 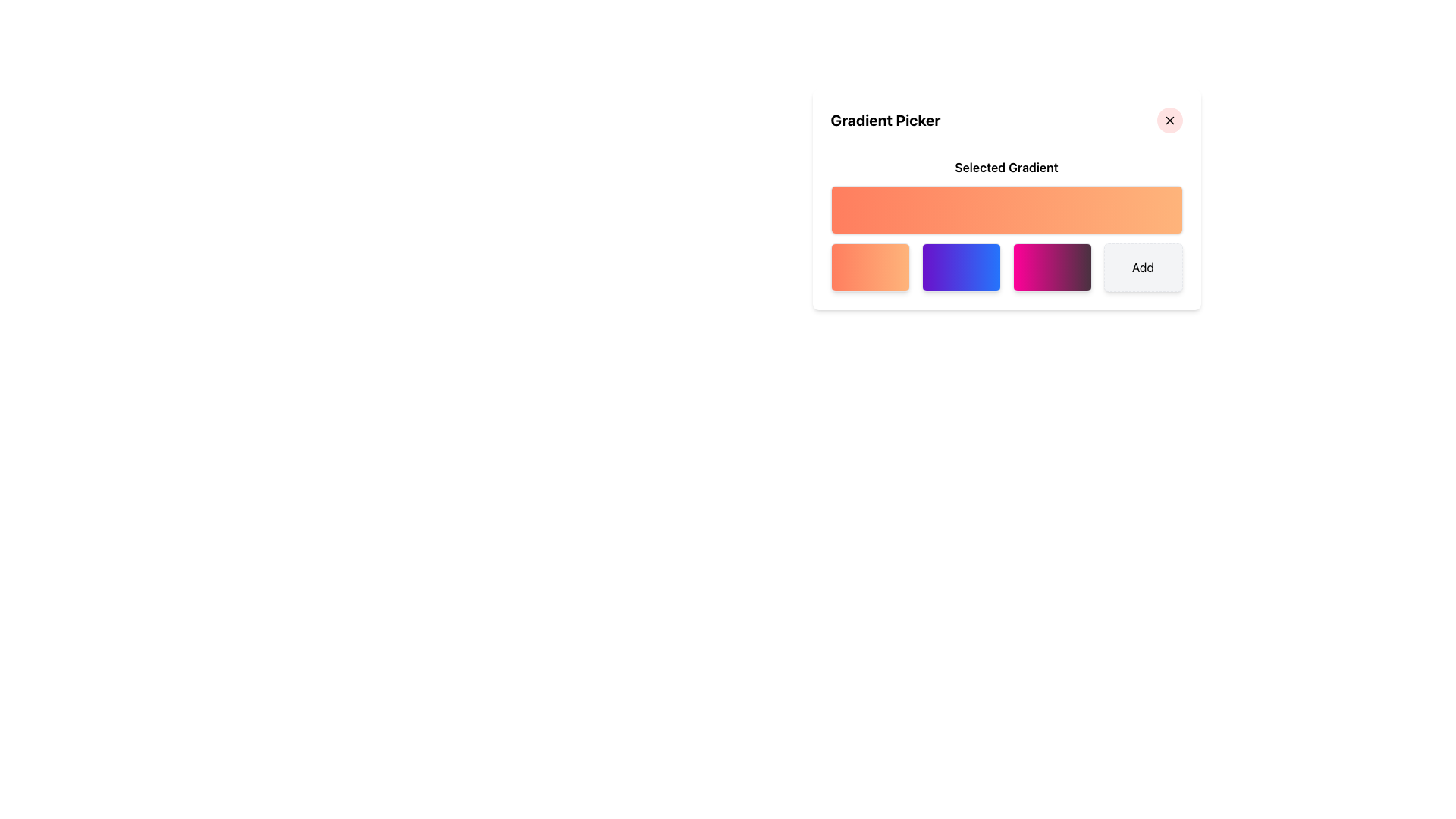 I want to click on the first rectangular button with a bright orange, so click(x=870, y=267).